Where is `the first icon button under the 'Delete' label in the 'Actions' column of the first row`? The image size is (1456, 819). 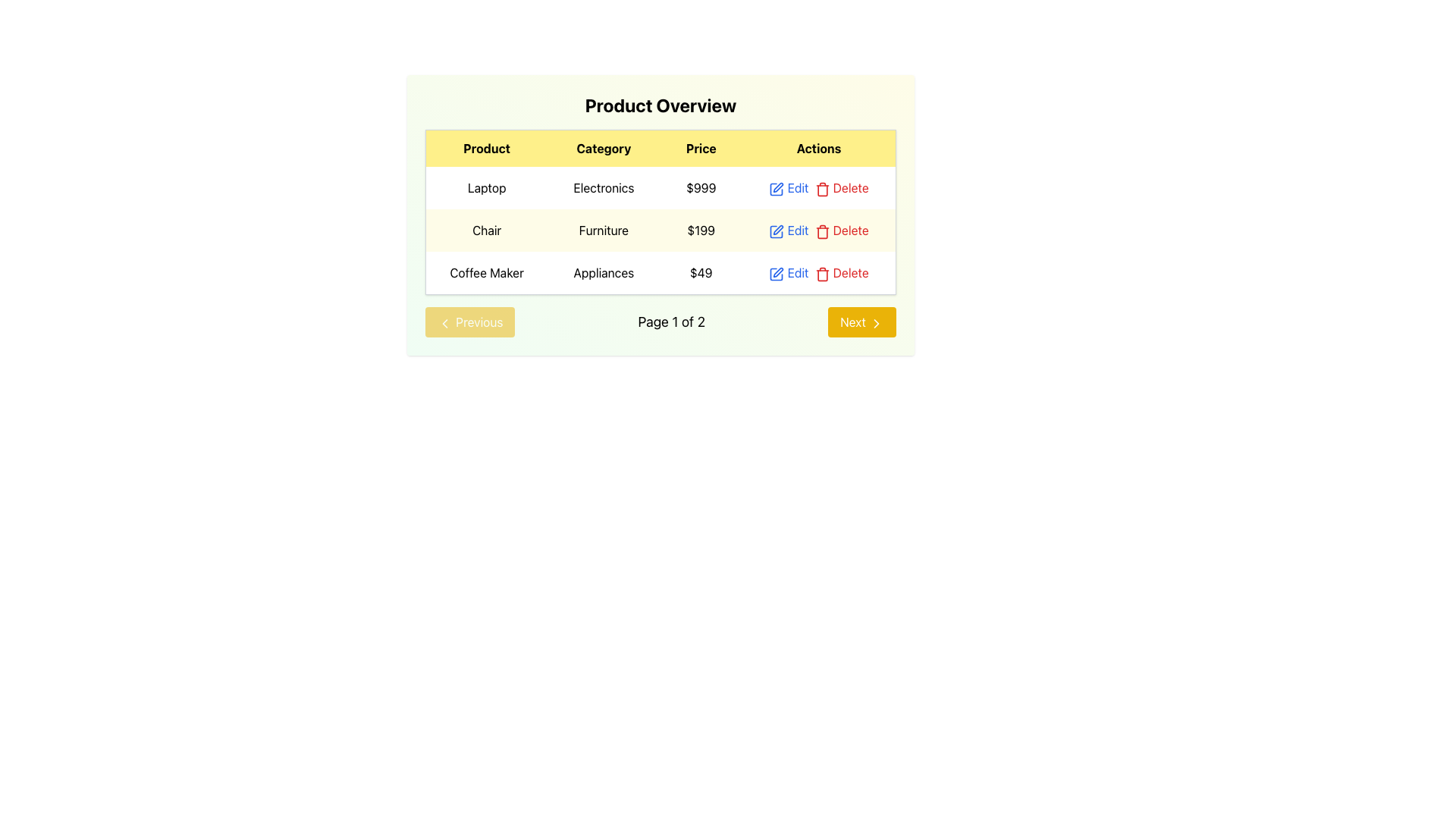 the first icon button under the 'Delete' label in the 'Actions' column of the first row is located at coordinates (821, 188).